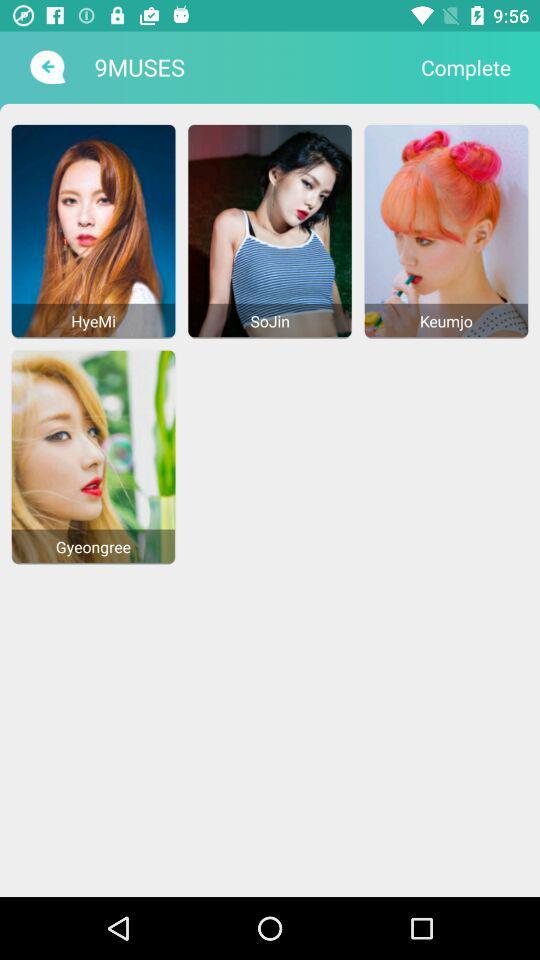  What do you see at coordinates (45, 67) in the screenshot?
I see `the arrow_backward icon` at bounding box center [45, 67].